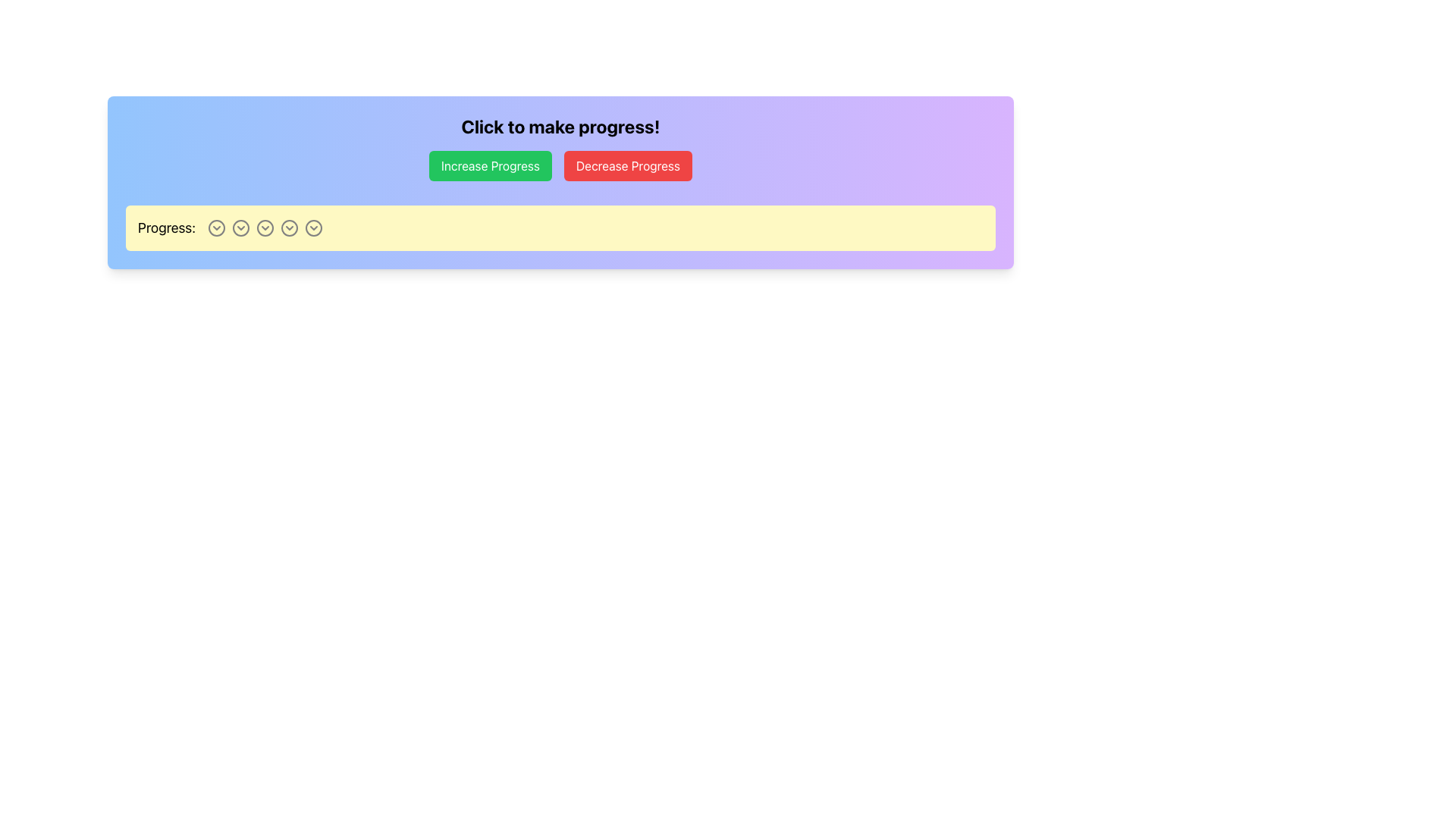 Image resolution: width=1456 pixels, height=819 pixels. What do you see at coordinates (290, 227) in the screenshot?
I see `the fourth circular chevron icon pointing downward with a gray stroke in the 'Progress:' section` at bounding box center [290, 227].